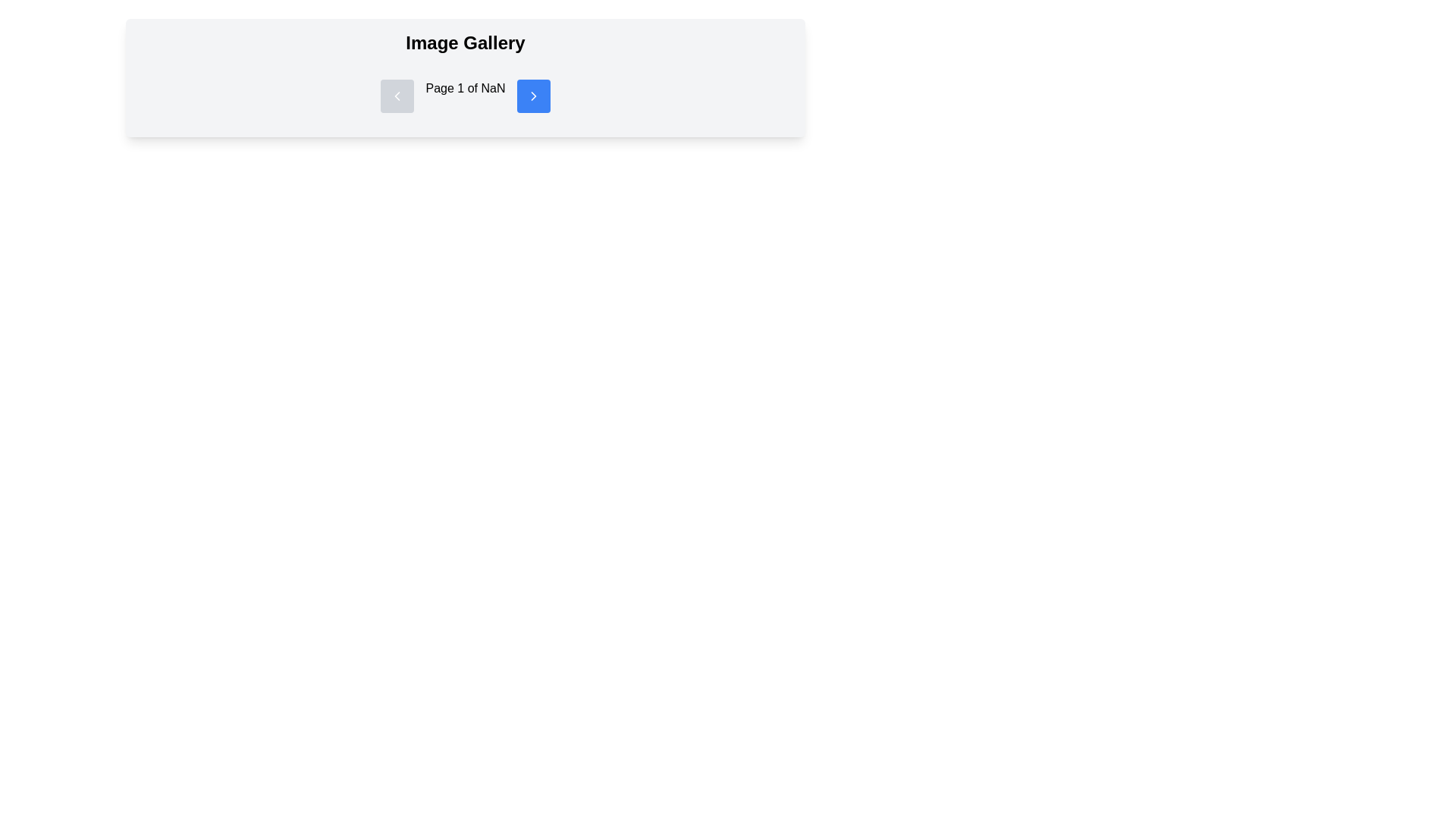 This screenshot has width=1456, height=819. What do you see at coordinates (465, 96) in the screenshot?
I see `text displayed in the pagination label, which shows the current page number and total page number` at bounding box center [465, 96].